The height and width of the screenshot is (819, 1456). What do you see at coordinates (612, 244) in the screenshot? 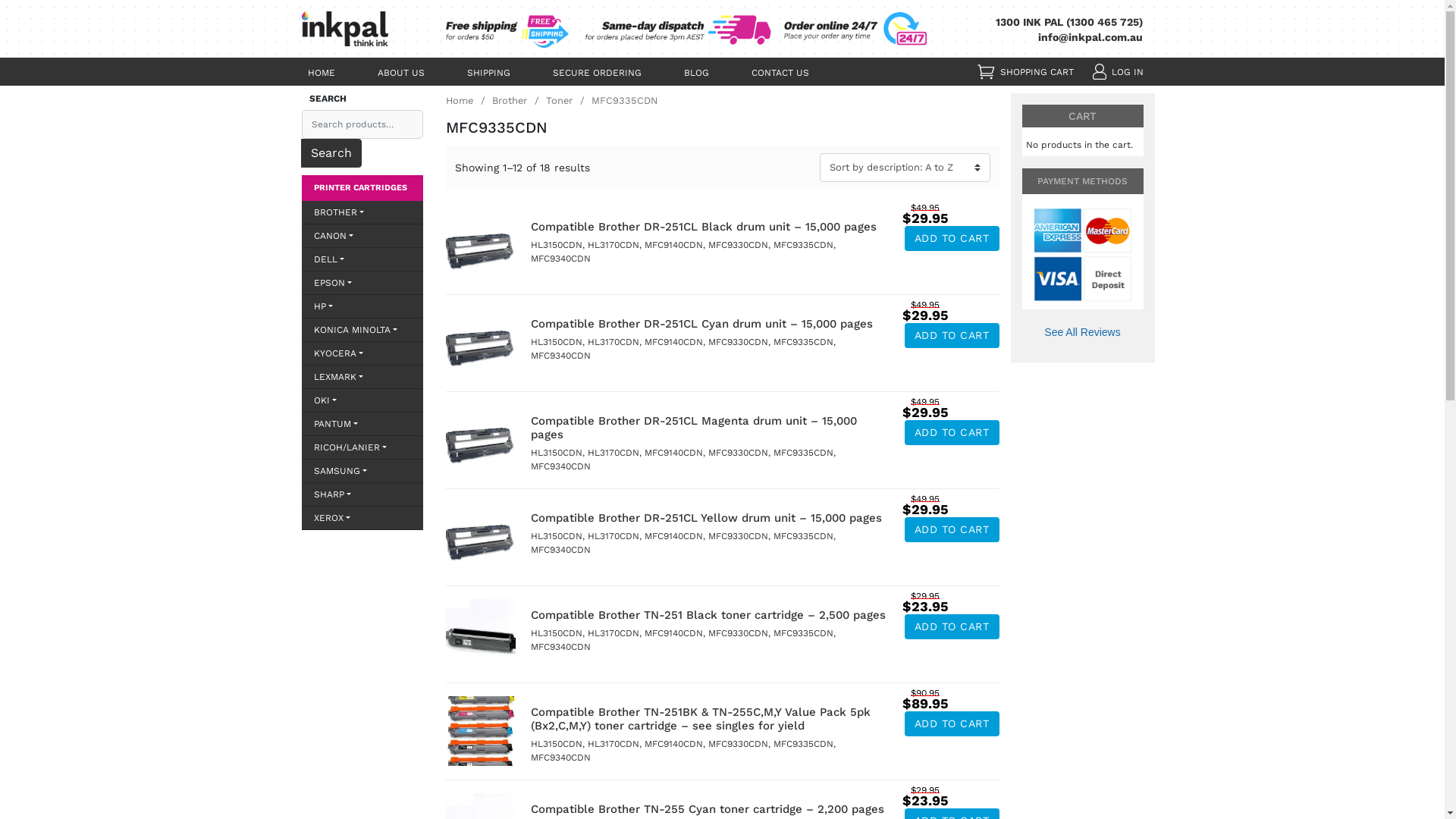
I see `'HL3170CDN'` at bounding box center [612, 244].